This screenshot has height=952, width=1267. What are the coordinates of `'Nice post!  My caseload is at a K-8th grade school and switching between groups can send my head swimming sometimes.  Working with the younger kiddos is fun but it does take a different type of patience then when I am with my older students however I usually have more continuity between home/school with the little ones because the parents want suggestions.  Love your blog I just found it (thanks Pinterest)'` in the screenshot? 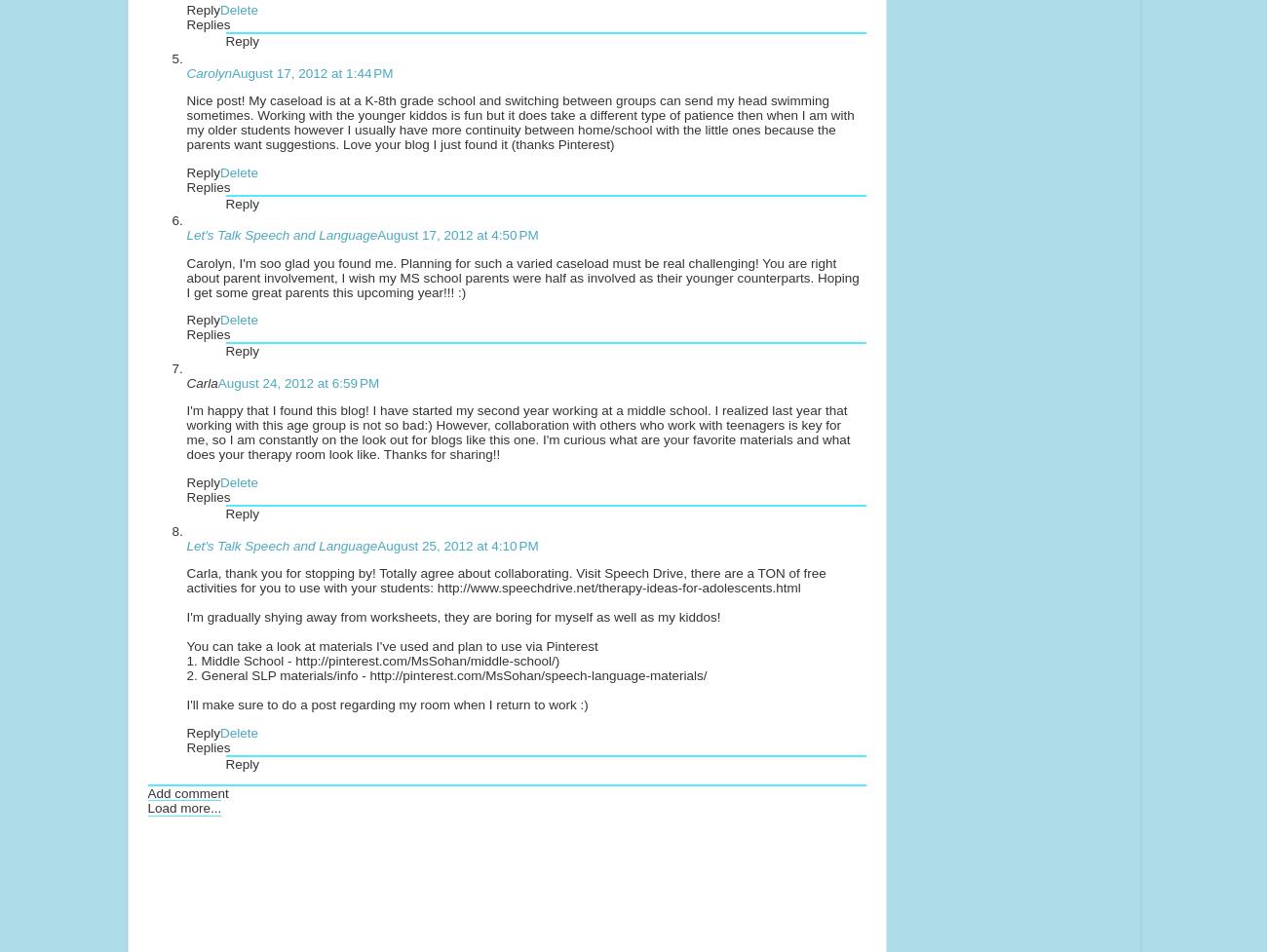 It's located at (519, 123).